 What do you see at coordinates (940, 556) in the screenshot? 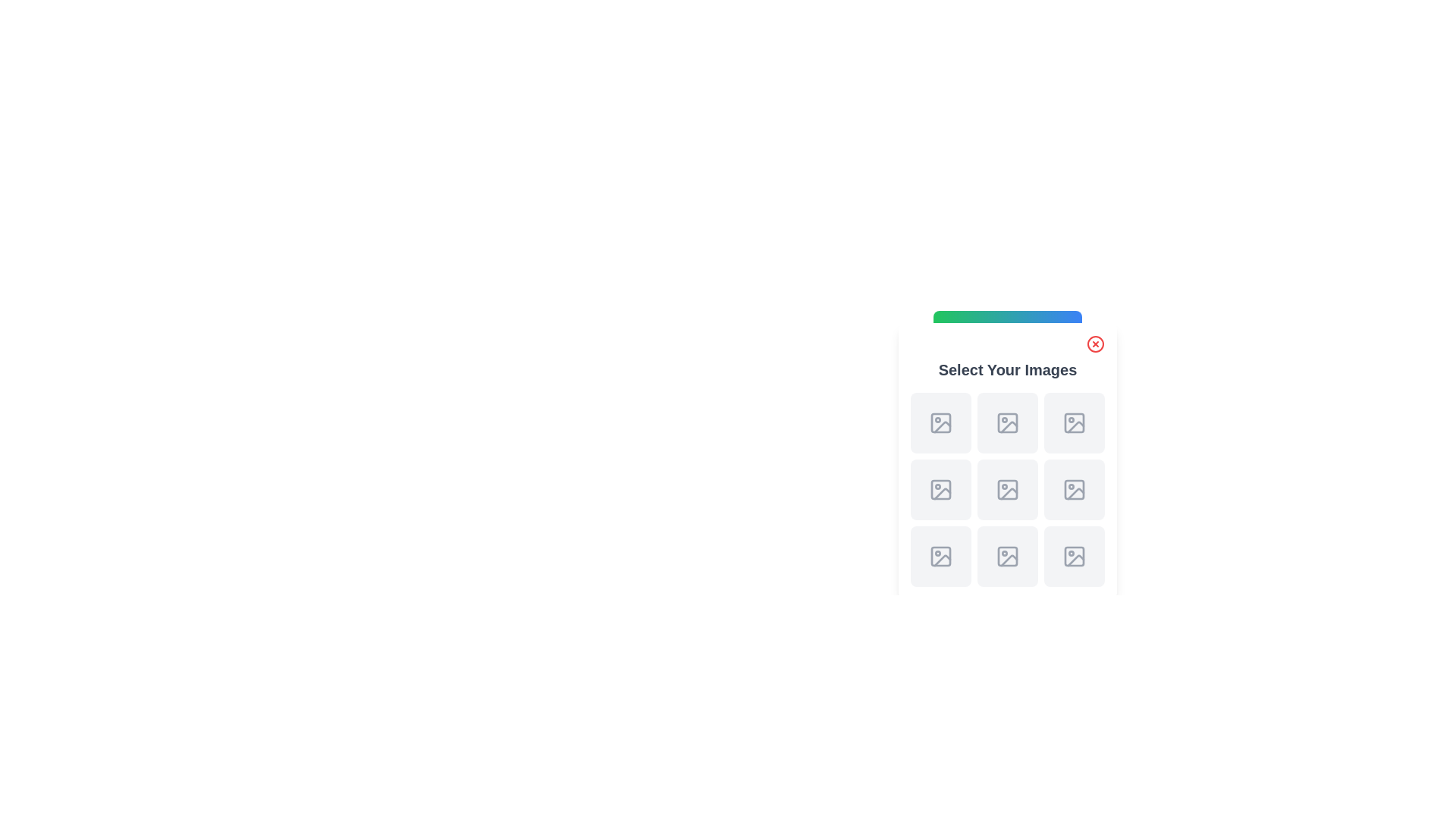
I see `the image upload button located in the bottom-left position of the 3x3 grid layout, which changes its background color for visual confirmation` at bounding box center [940, 556].